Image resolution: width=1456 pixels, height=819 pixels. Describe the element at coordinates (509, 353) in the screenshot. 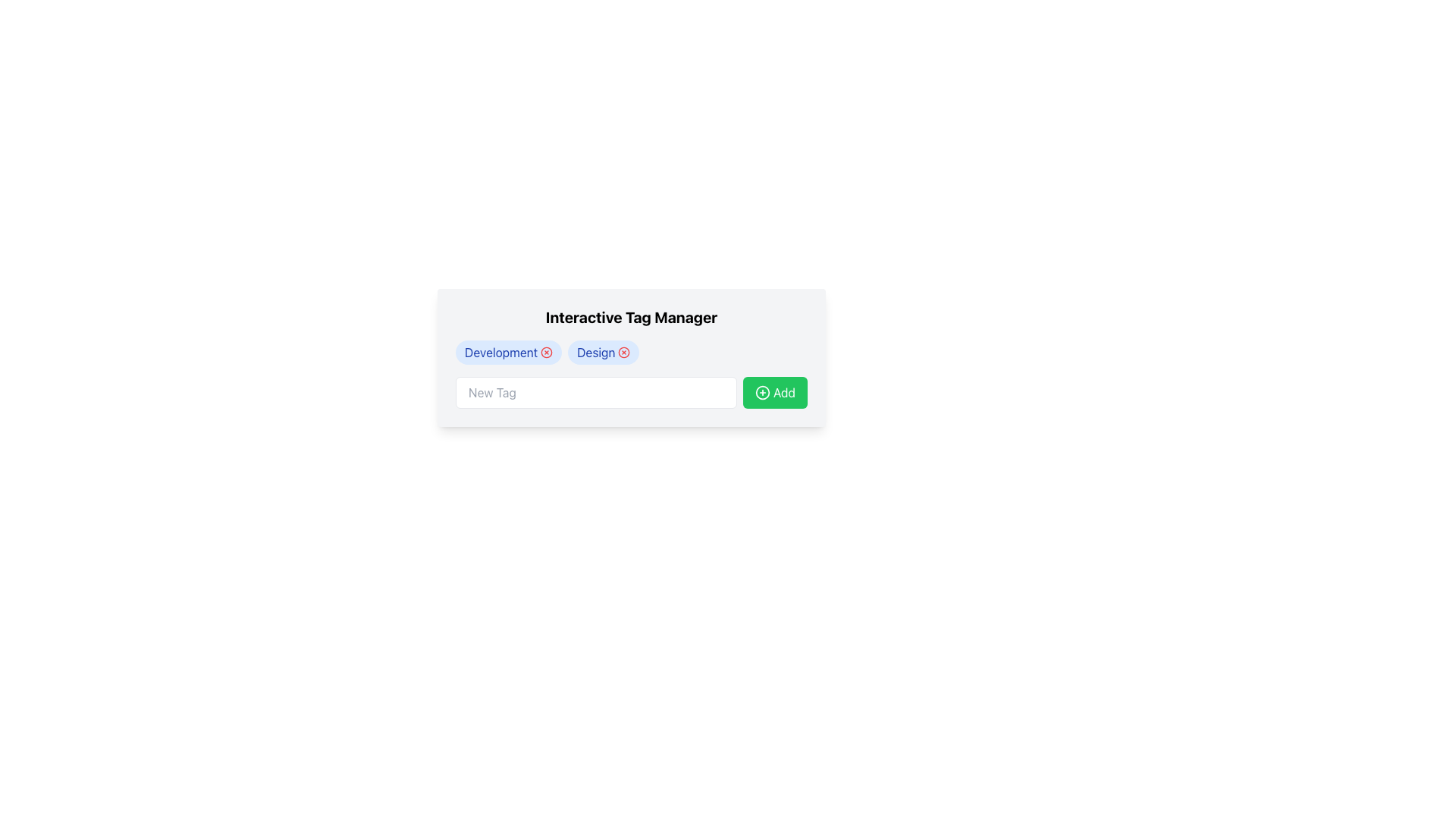

I see `the 'Development' tag` at that location.